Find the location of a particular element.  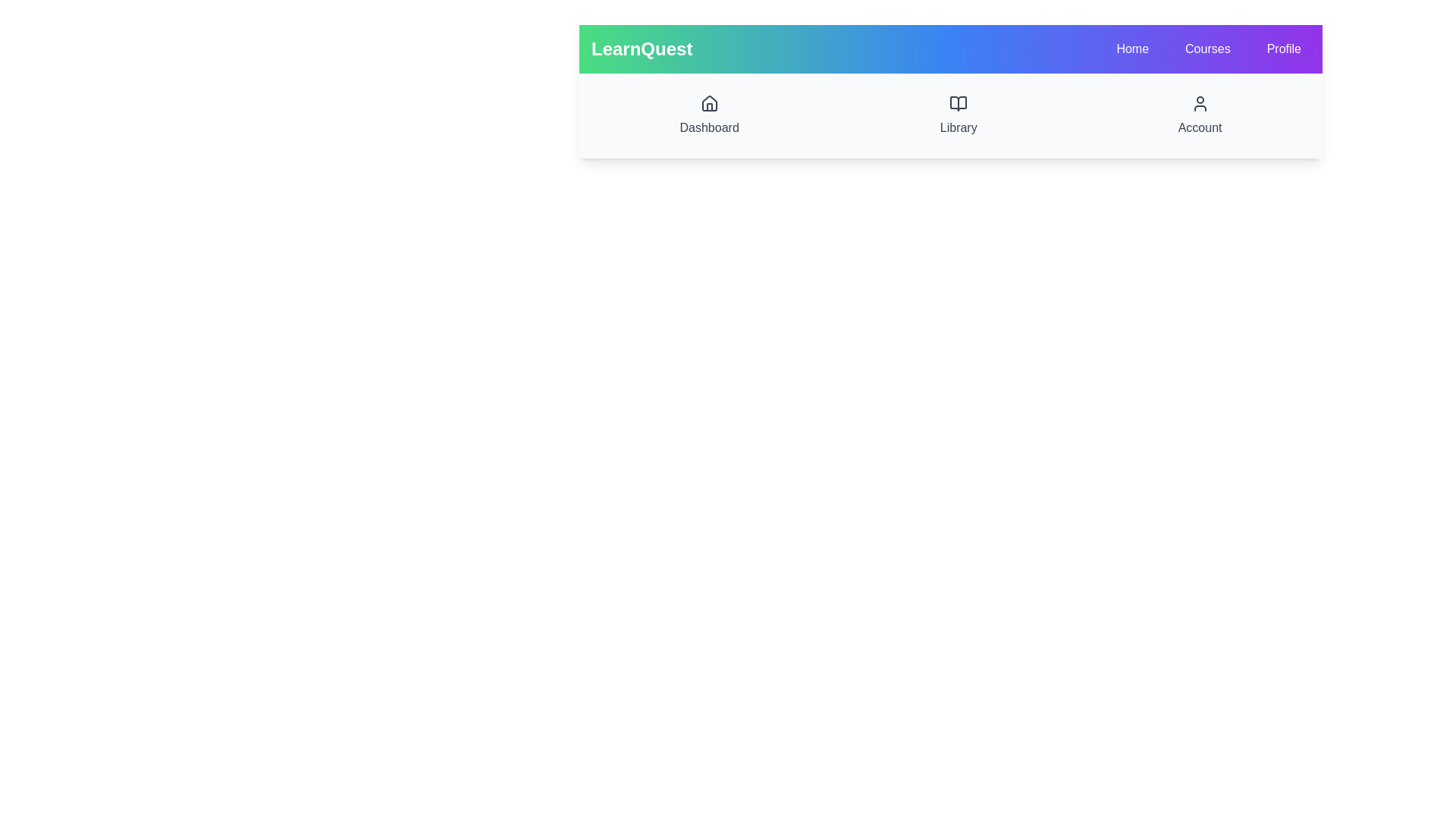

the Library to observe its hover effect is located at coordinates (957, 115).